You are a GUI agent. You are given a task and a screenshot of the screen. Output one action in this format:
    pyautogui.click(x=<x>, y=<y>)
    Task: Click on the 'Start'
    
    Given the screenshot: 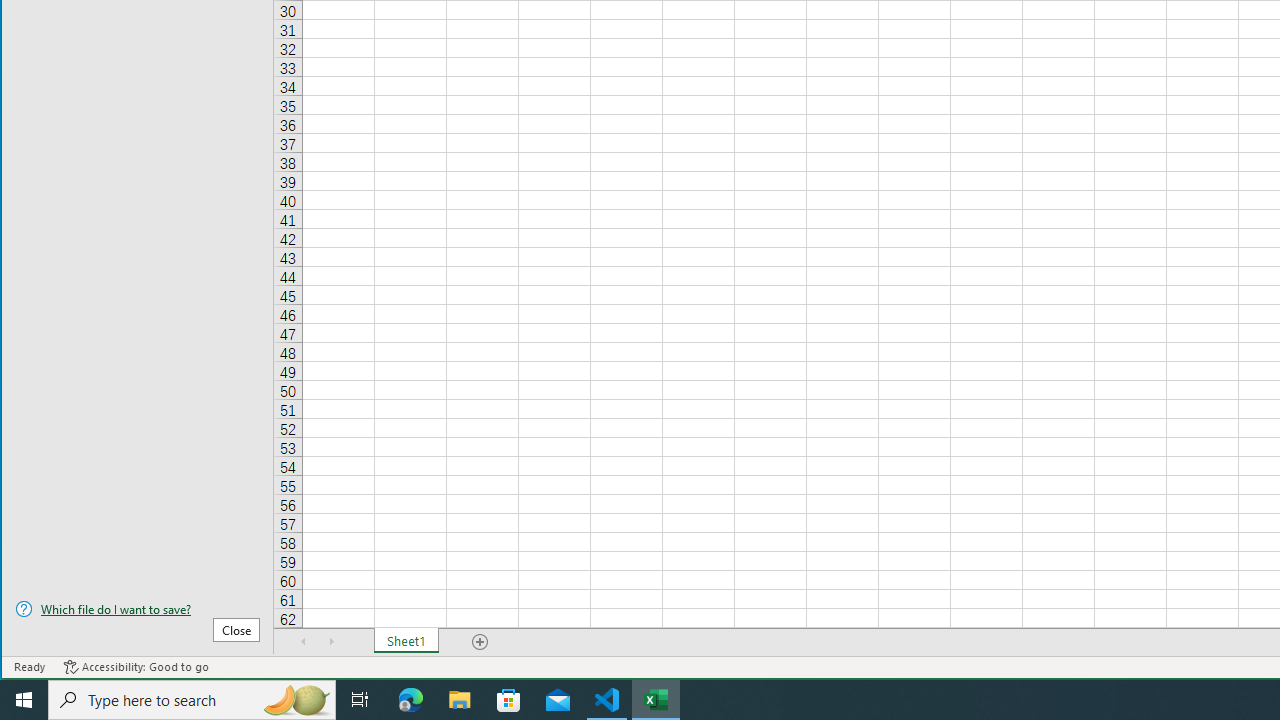 What is the action you would take?
    pyautogui.click(x=24, y=698)
    